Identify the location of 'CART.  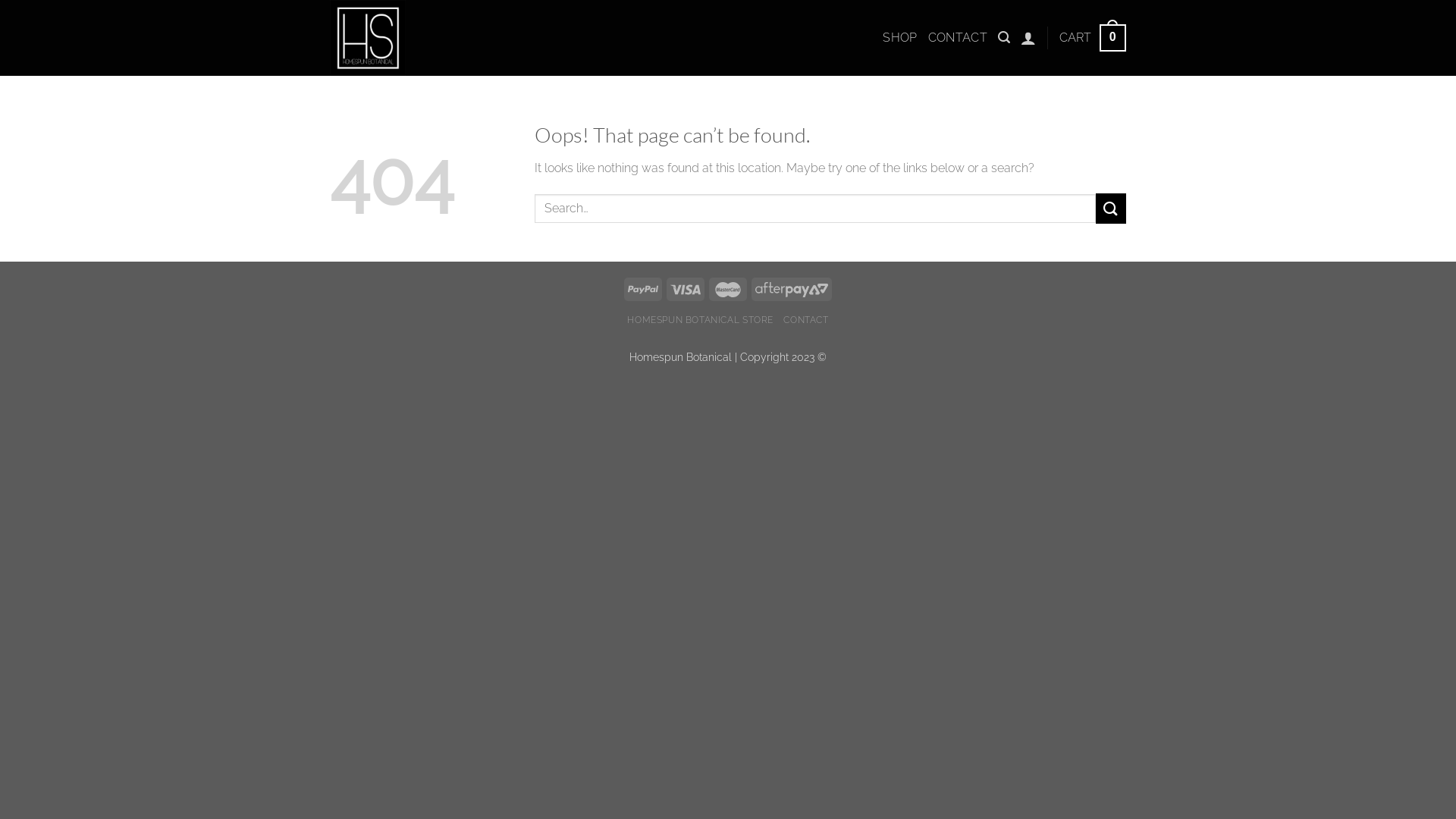
(1092, 37).